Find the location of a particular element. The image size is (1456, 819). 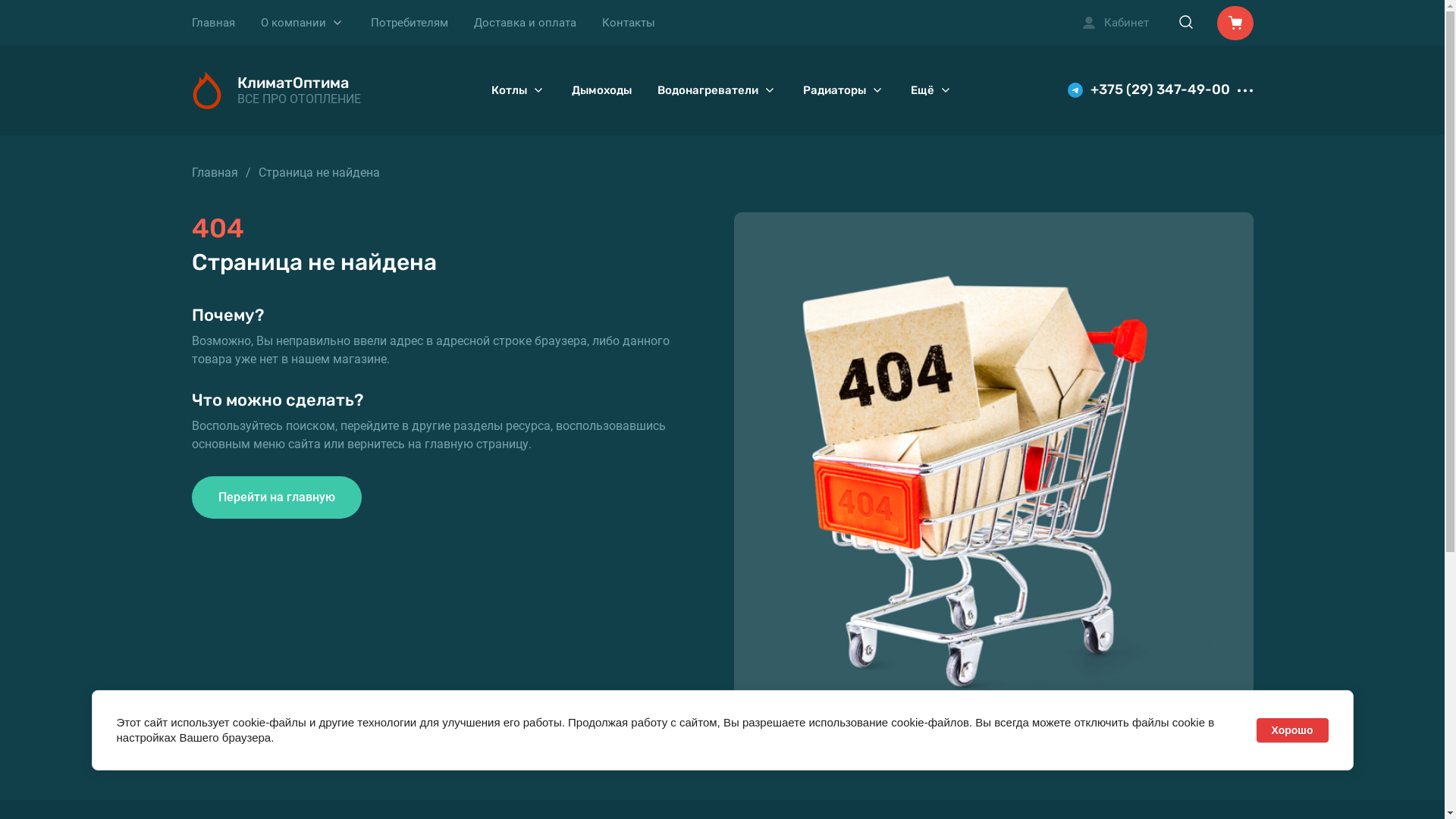

'+375 (29) 347-49-00' is located at coordinates (1159, 90).